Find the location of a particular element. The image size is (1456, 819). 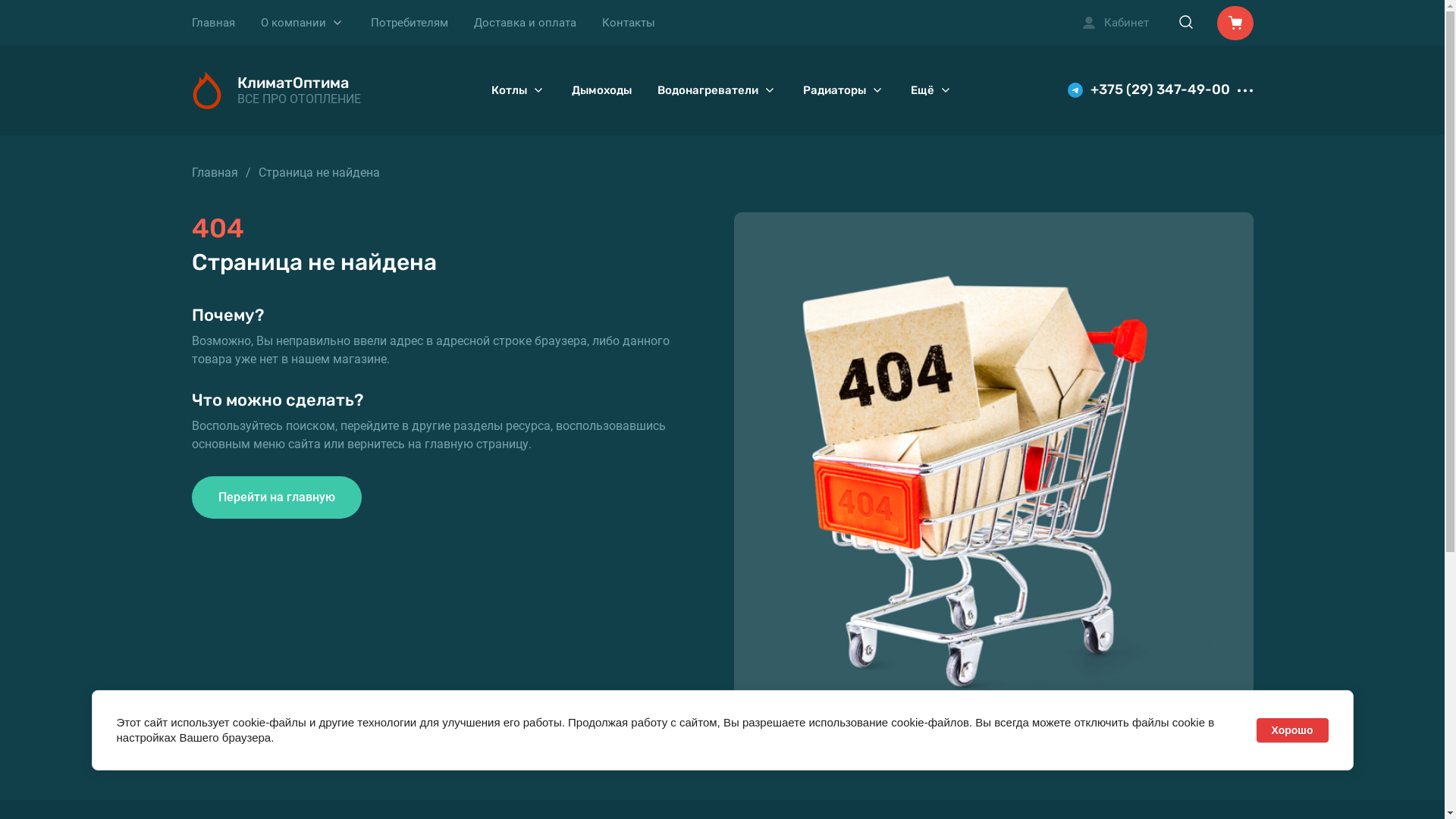

'+375 (29) 347-49-00' is located at coordinates (1159, 90).